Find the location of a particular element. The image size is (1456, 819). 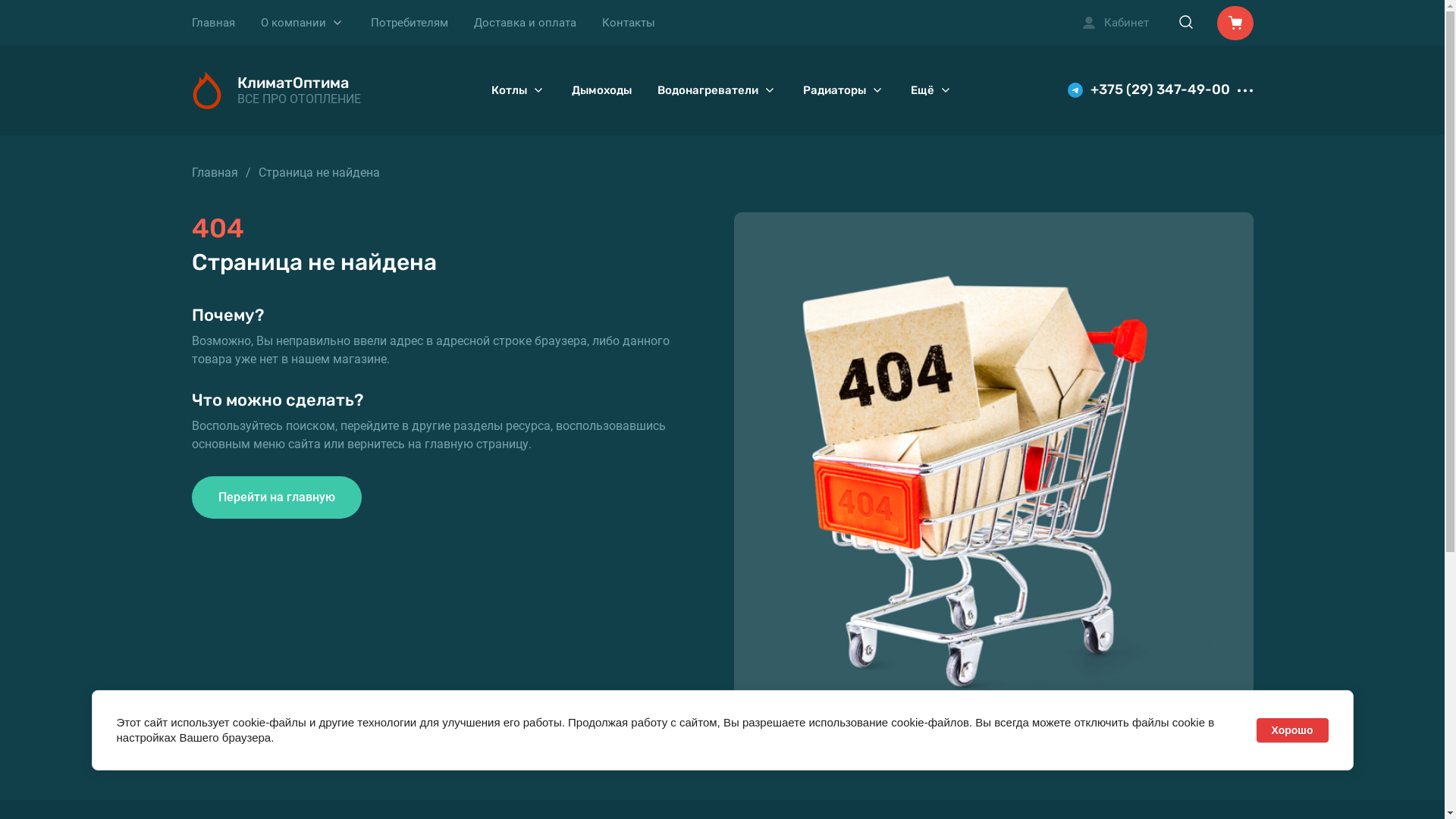

'+375 (29) 347-49-00' is located at coordinates (1159, 90).